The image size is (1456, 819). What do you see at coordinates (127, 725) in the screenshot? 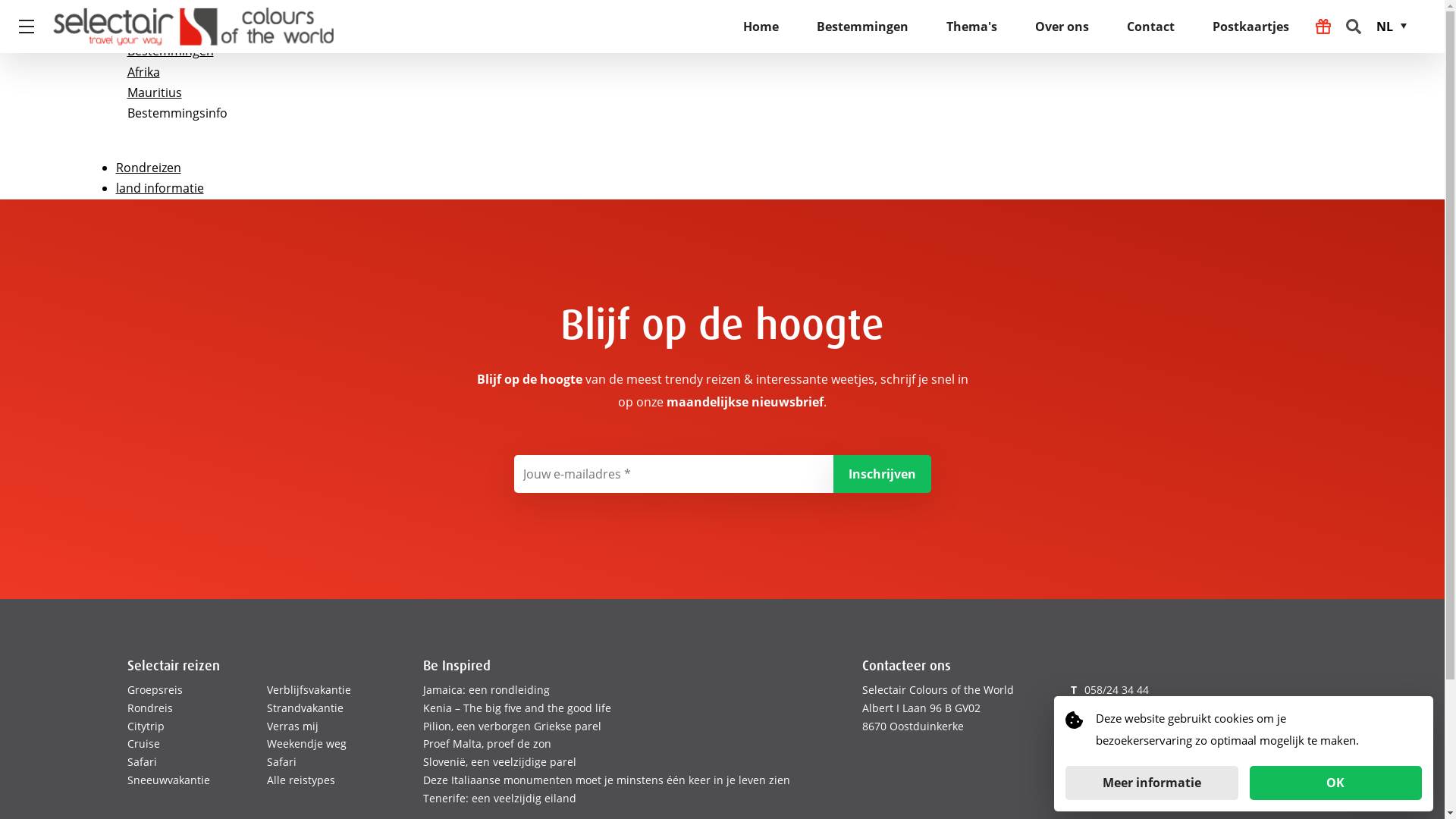
I see `'Citytrip'` at bounding box center [127, 725].